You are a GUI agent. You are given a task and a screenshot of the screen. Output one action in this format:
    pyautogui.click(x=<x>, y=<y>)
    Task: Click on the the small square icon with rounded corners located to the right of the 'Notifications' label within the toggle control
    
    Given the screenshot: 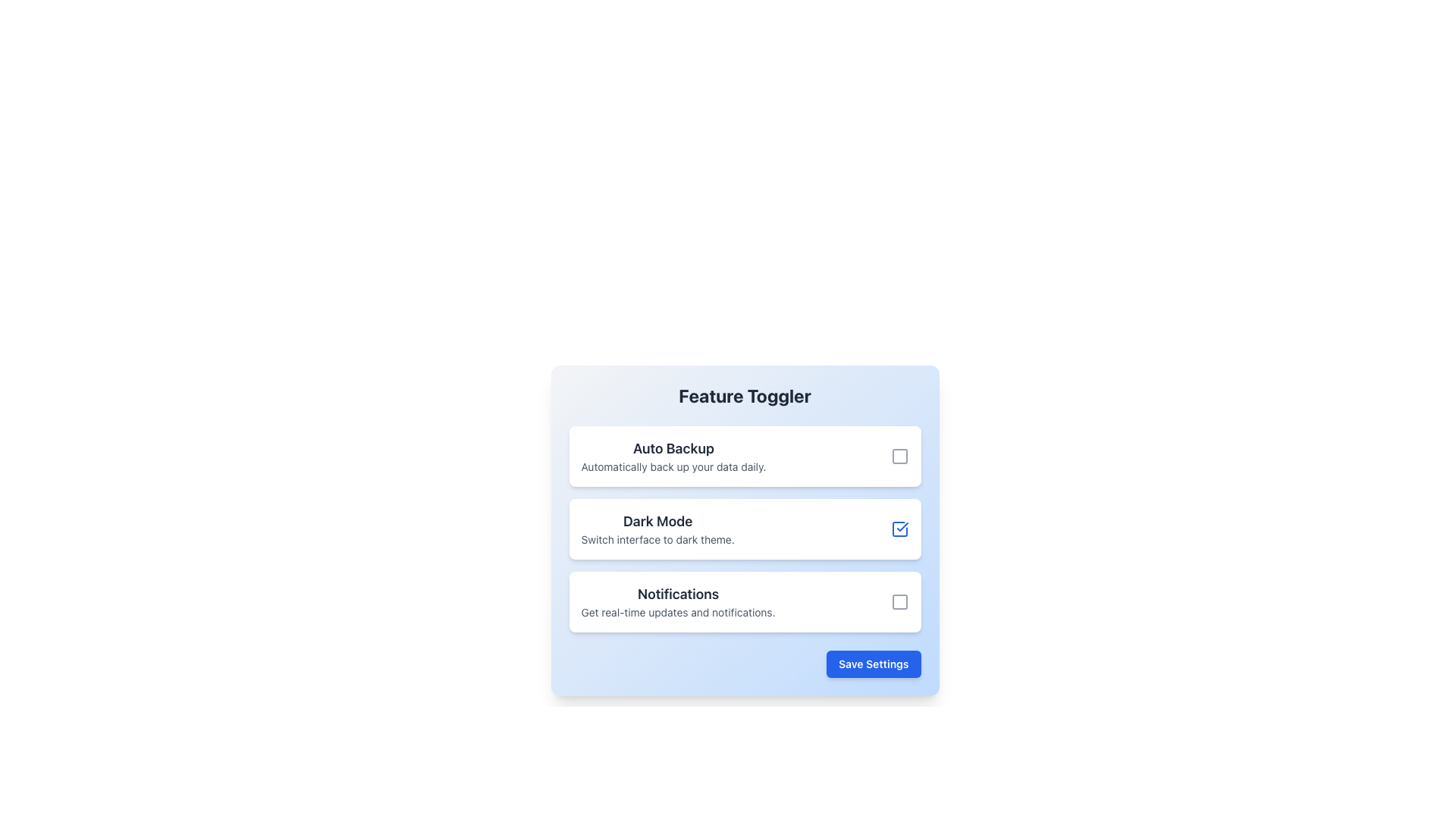 What is the action you would take?
    pyautogui.click(x=899, y=601)
    